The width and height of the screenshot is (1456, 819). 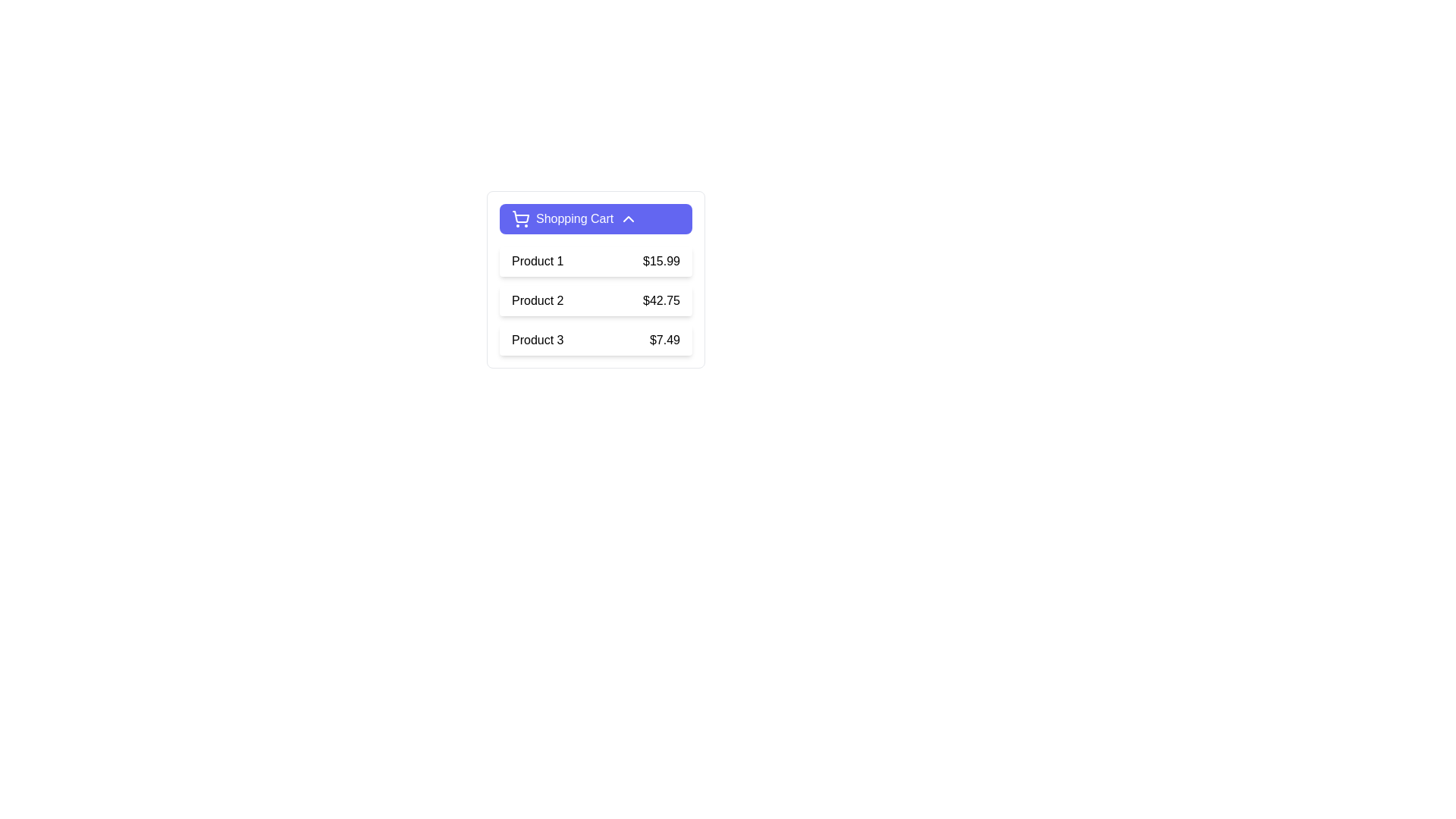 I want to click on the small, simplistic shopping cart icon located to the very left of the purple banner with 'Shopping Cart' text, so click(x=520, y=219).